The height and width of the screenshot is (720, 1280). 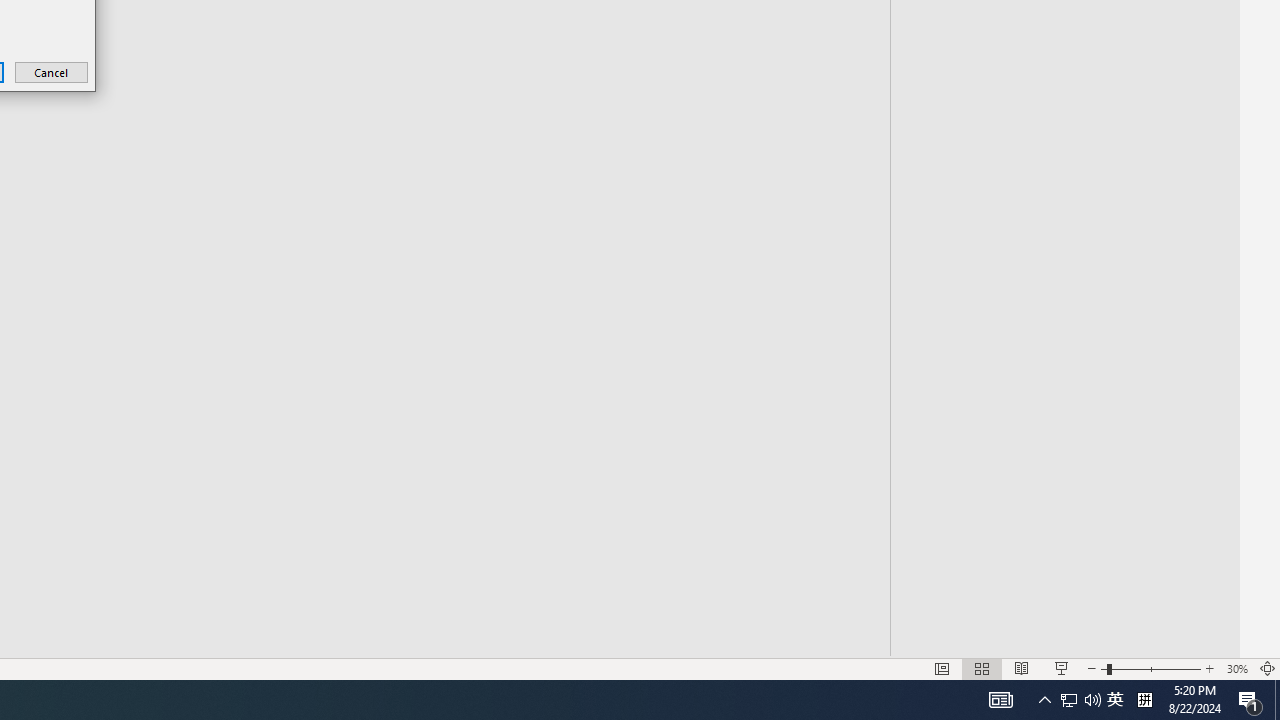 I want to click on 'Zoom 30%', so click(x=1236, y=669).